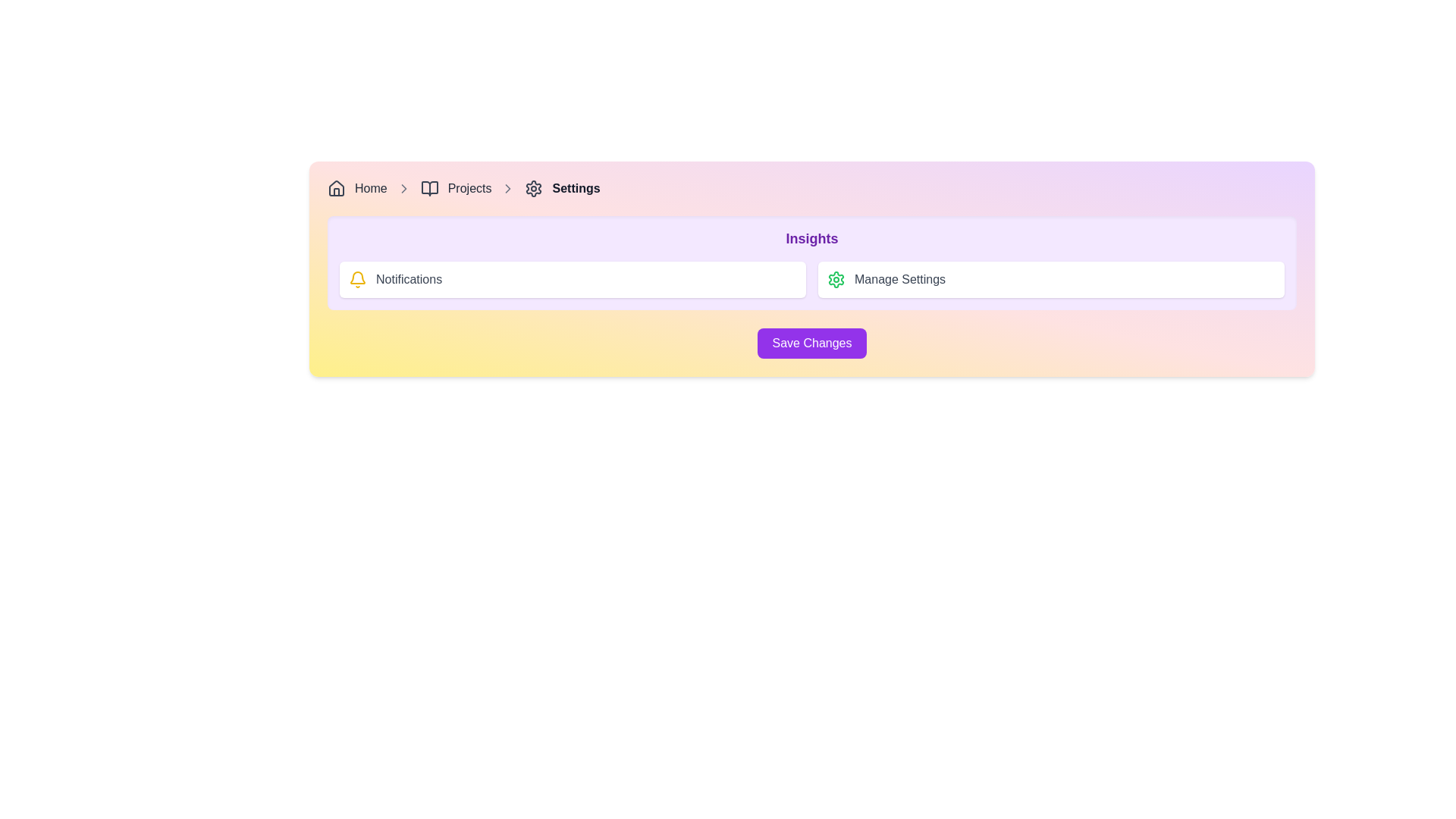 Image resolution: width=1456 pixels, height=819 pixels. What do you see at coordinates (371, 188) in the screenshot?
I see `the 'Home' link element` at bounding box center [371, 188].